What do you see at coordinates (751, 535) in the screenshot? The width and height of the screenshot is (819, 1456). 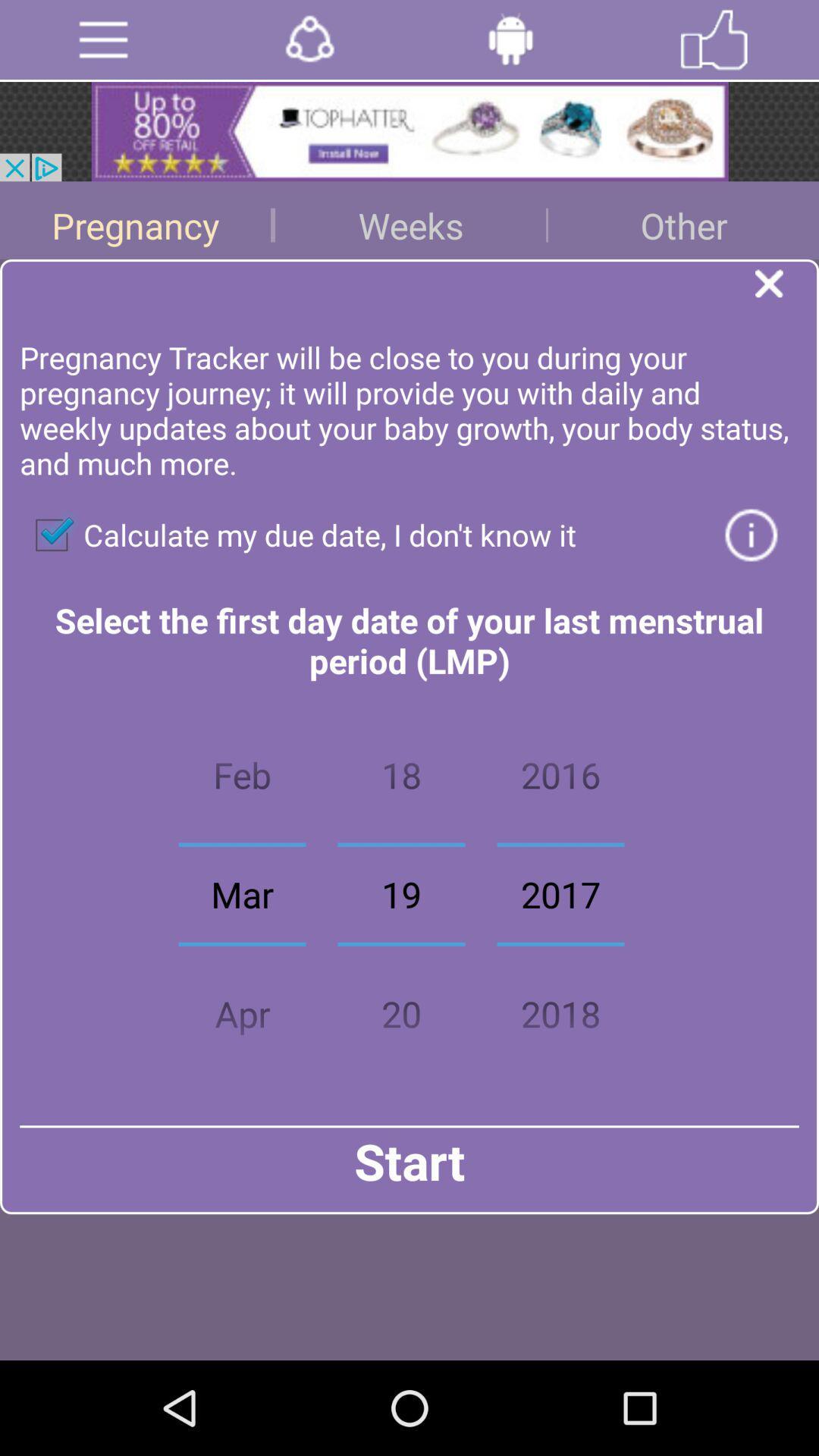 I see `icon button` at bounding box center [751, 535].